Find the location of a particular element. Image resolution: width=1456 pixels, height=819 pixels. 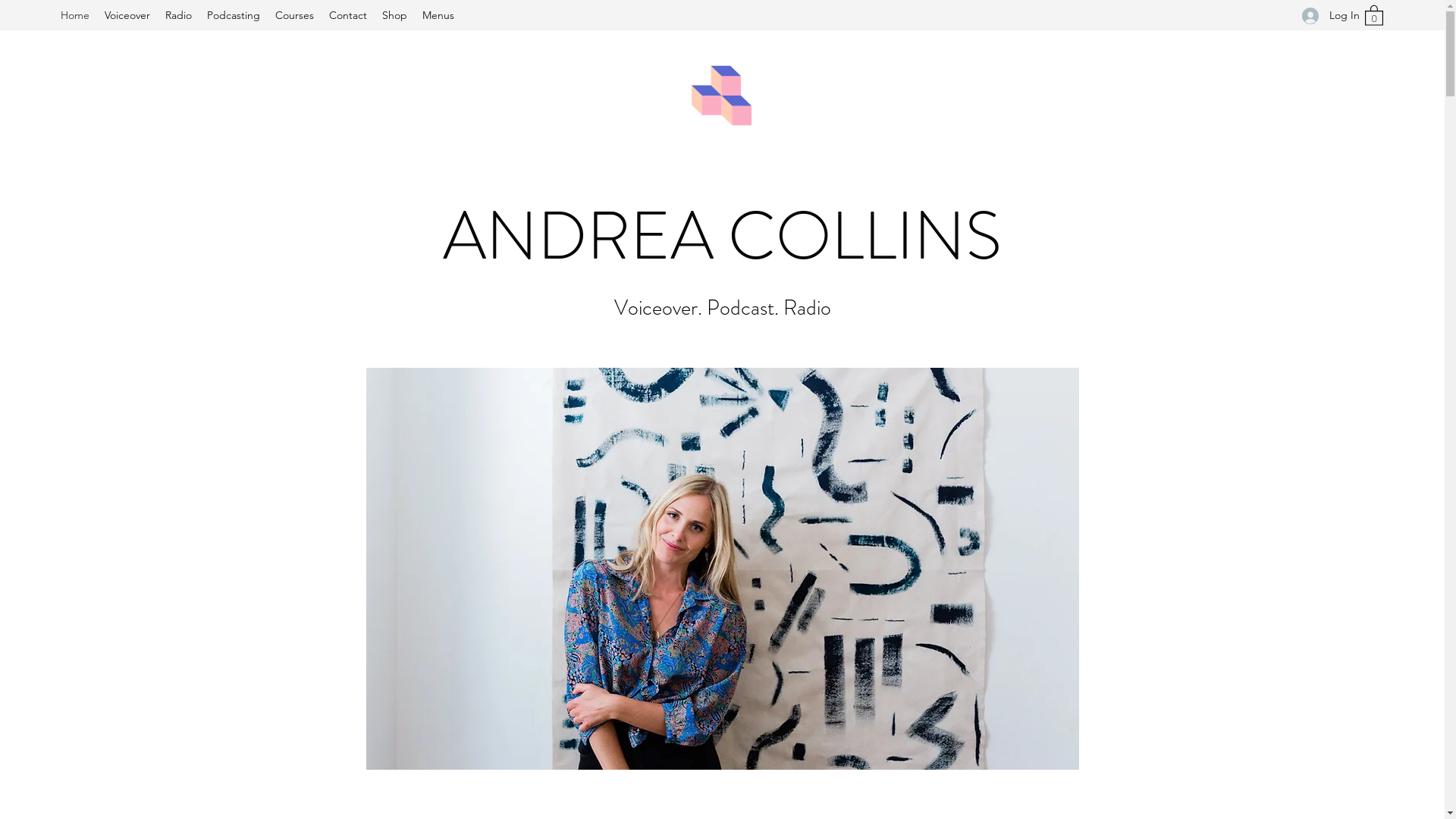

'Voiceover' is located at coordinates (96, 14).